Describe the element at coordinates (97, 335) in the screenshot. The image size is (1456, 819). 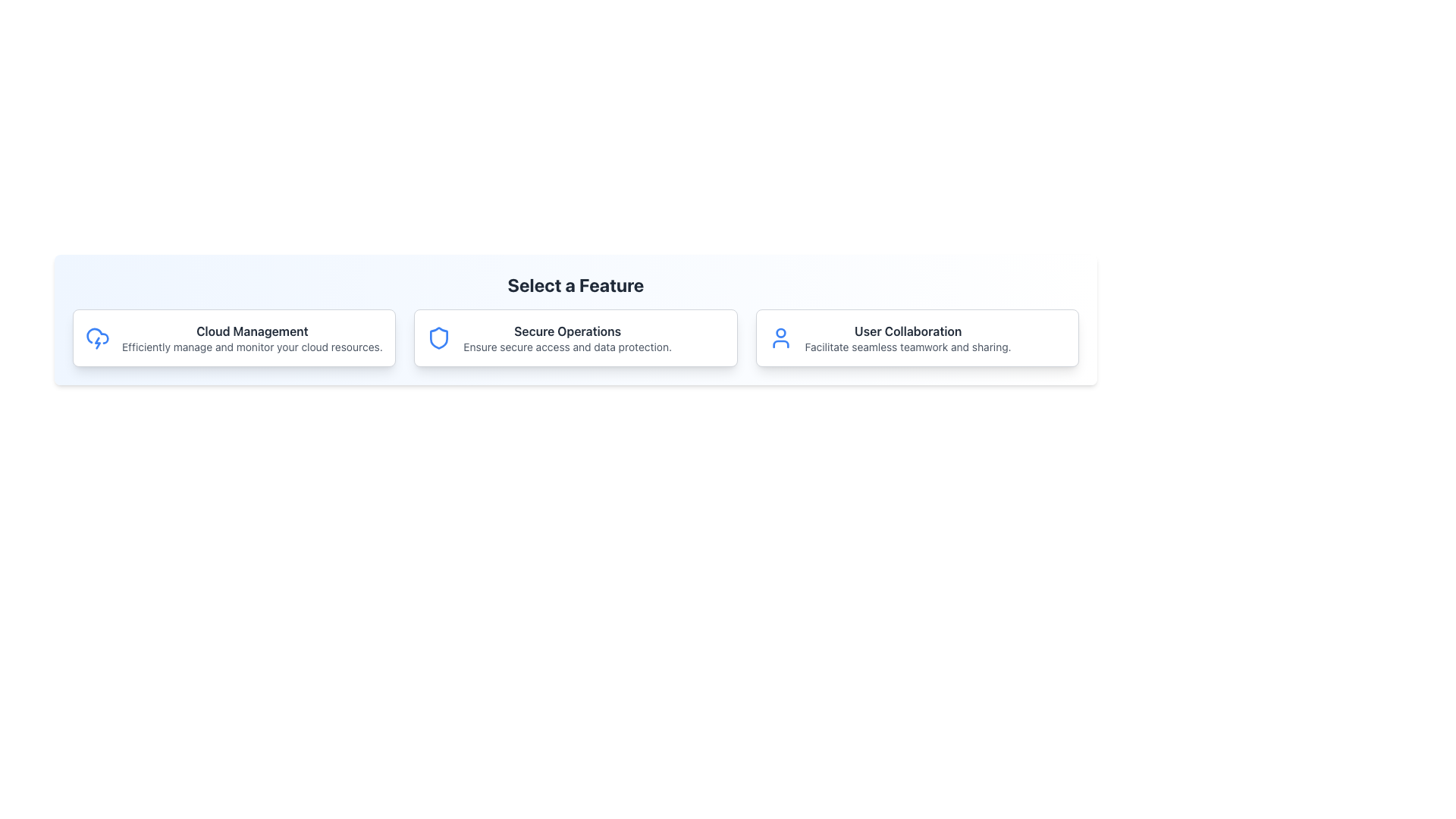
I see `the uppermost cloud-related management icon located in the 'Cloud Management' panel, which is part of a three-panel layout` at that location.